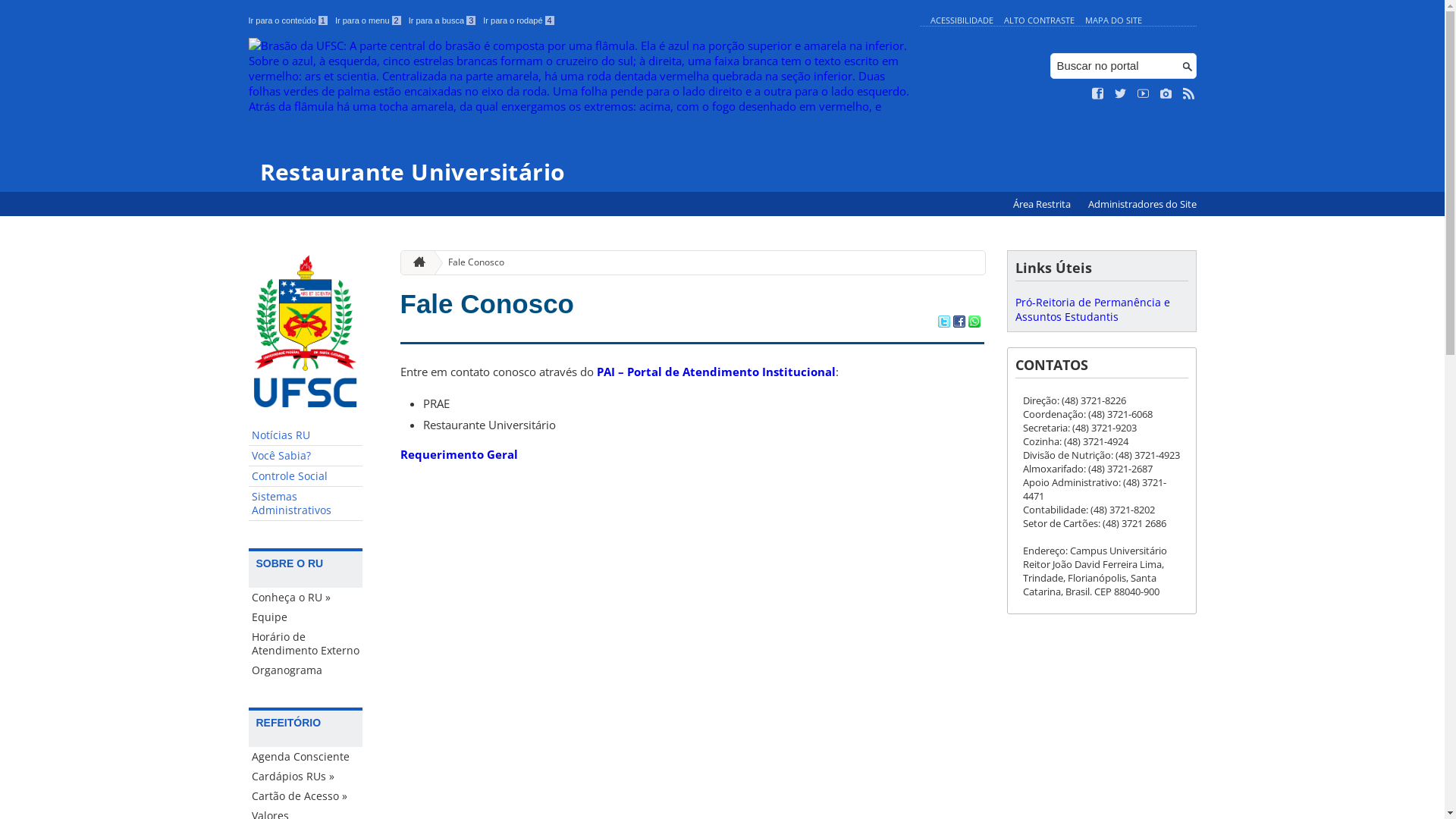 This screenshot has height=819, width=1456. Describe the element at coordinates (334, 20) in the screenshot. I see `'Ir para o menu 2'` at that location.